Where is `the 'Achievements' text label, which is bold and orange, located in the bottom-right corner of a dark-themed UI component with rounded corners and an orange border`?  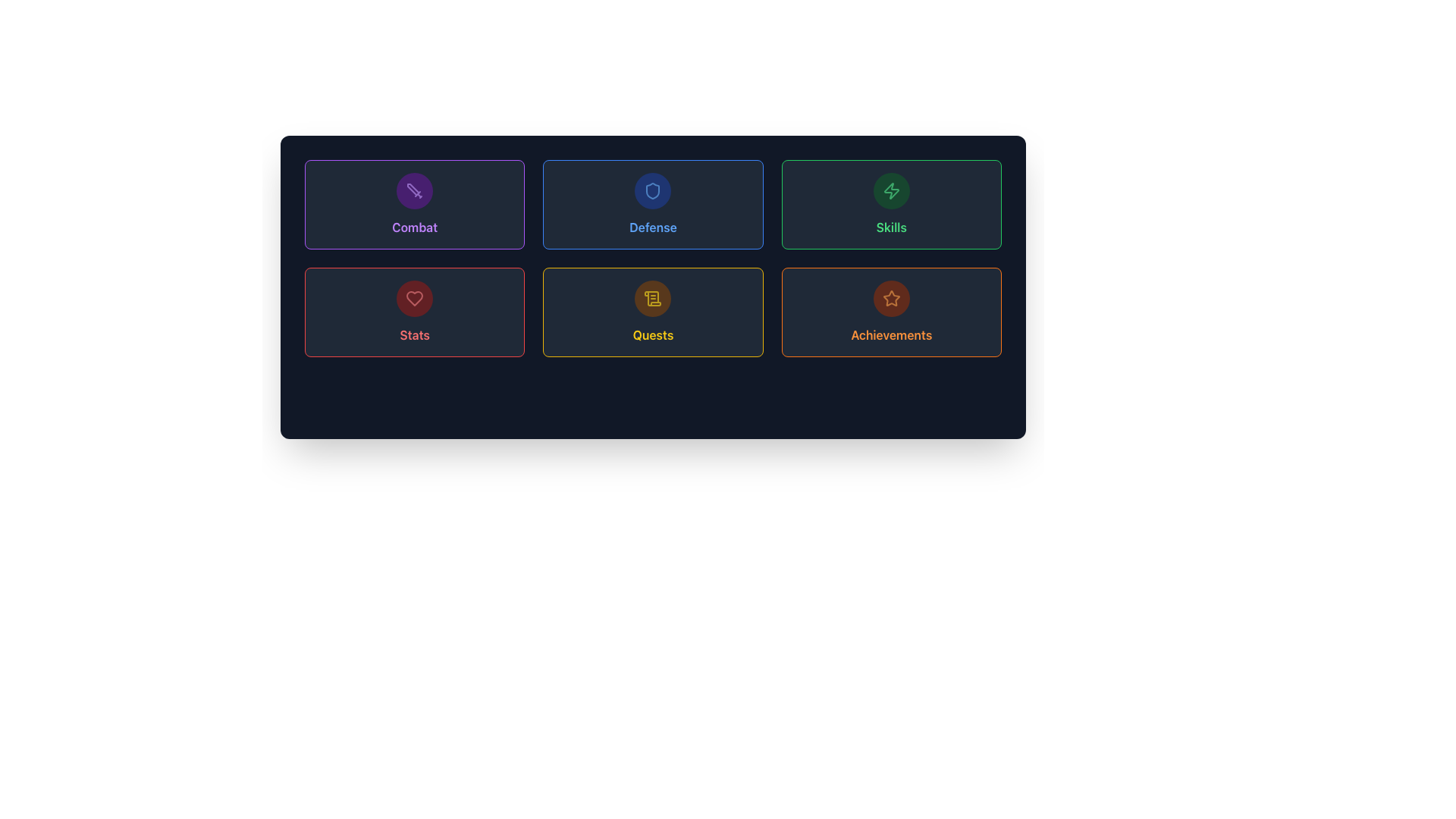 the 'Achievements' text label, which is bold and orange, located in the bottom-right corner of a dark-themed UI component with rounded corners and an orange border is located at coordinates (891, 334).